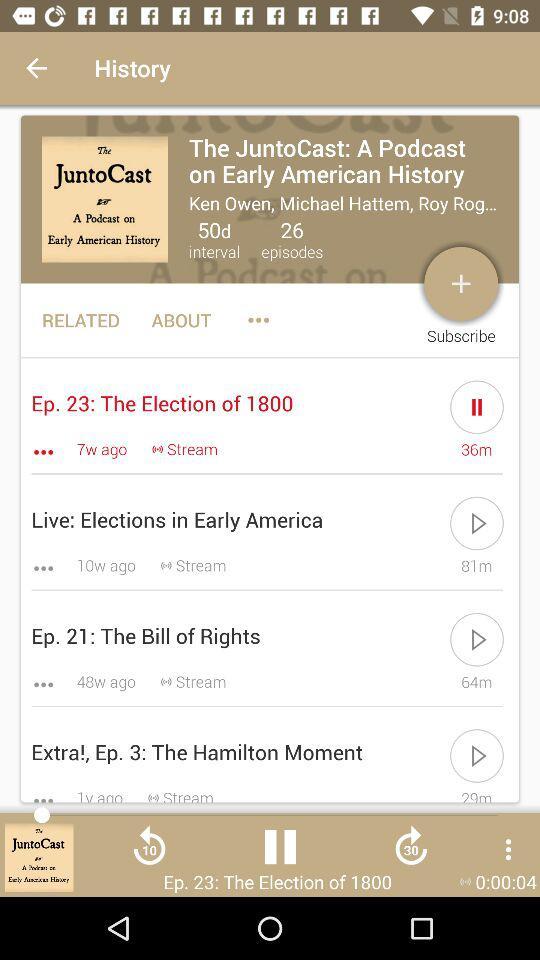  What do you see at coordinates (508, 848) in the screenshot?
I see `the more icon` at bounding box center [508, 848].